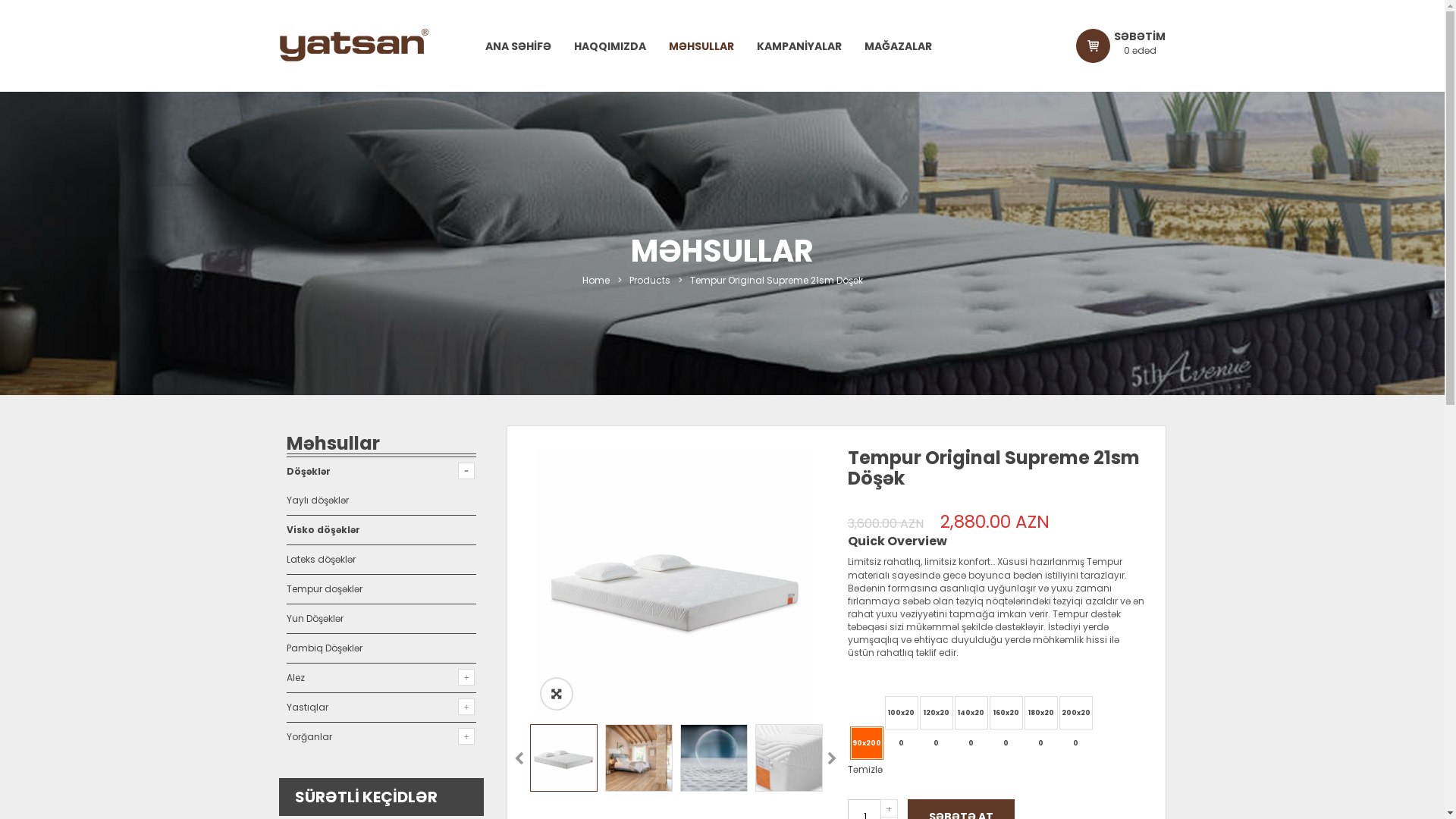 The image size is (1456, 819). What do you see at coordinates (830, 760) in the screenshot?
I see `'Next'` at bounding box center [830, 760].